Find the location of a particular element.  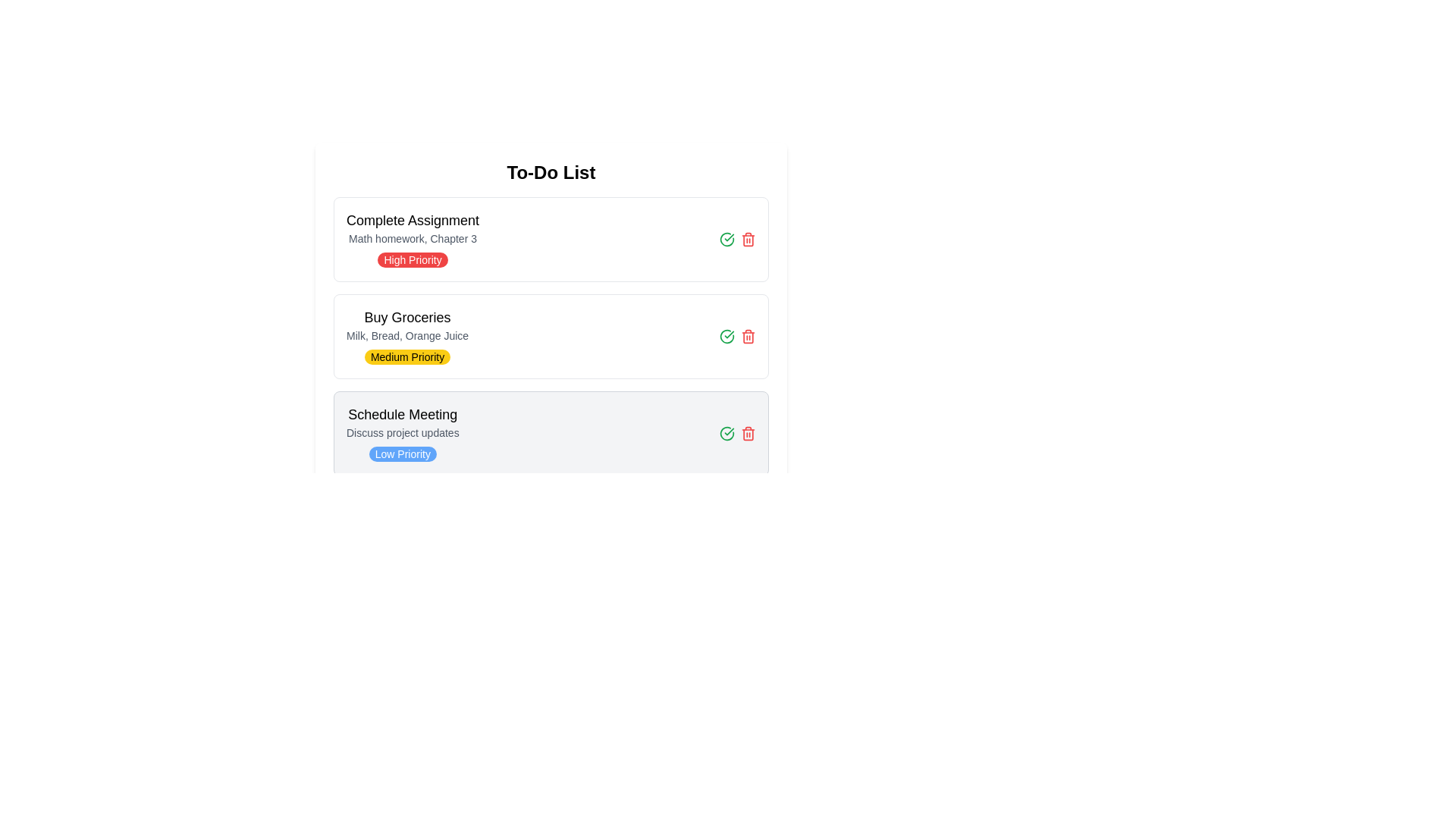

the red trash bin icon, which is the second icon in the row for 'Buy Groceries' is located at coordinates (748, 335).